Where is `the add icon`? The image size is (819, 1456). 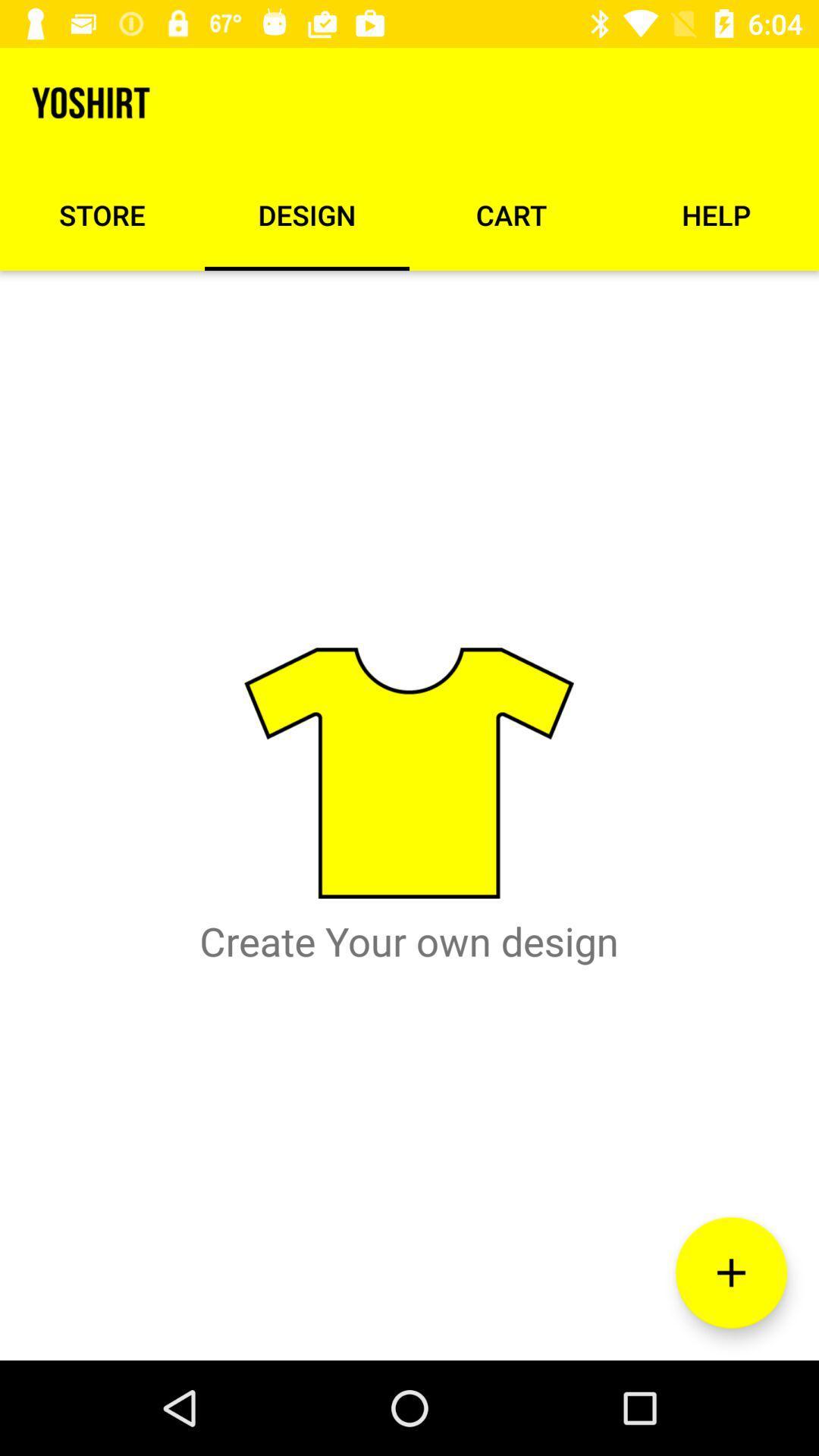 the add icon is located at coordinates (730, 1272).